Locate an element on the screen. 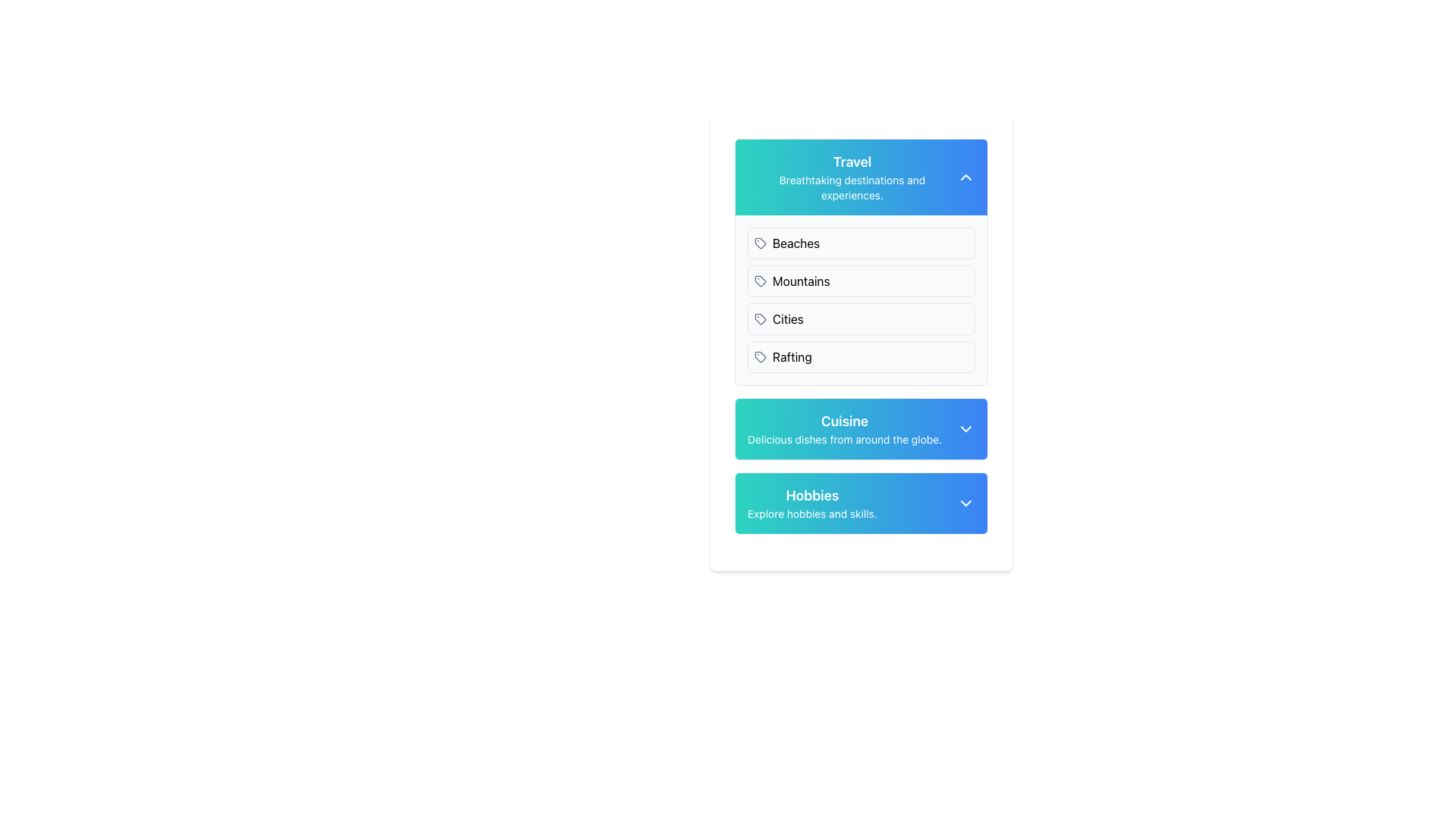 Image resolution: width=1456 pixels, height=819 pixels. the 'Mountains' button located in the 'Travel' section is located at coordinates (861, 281).